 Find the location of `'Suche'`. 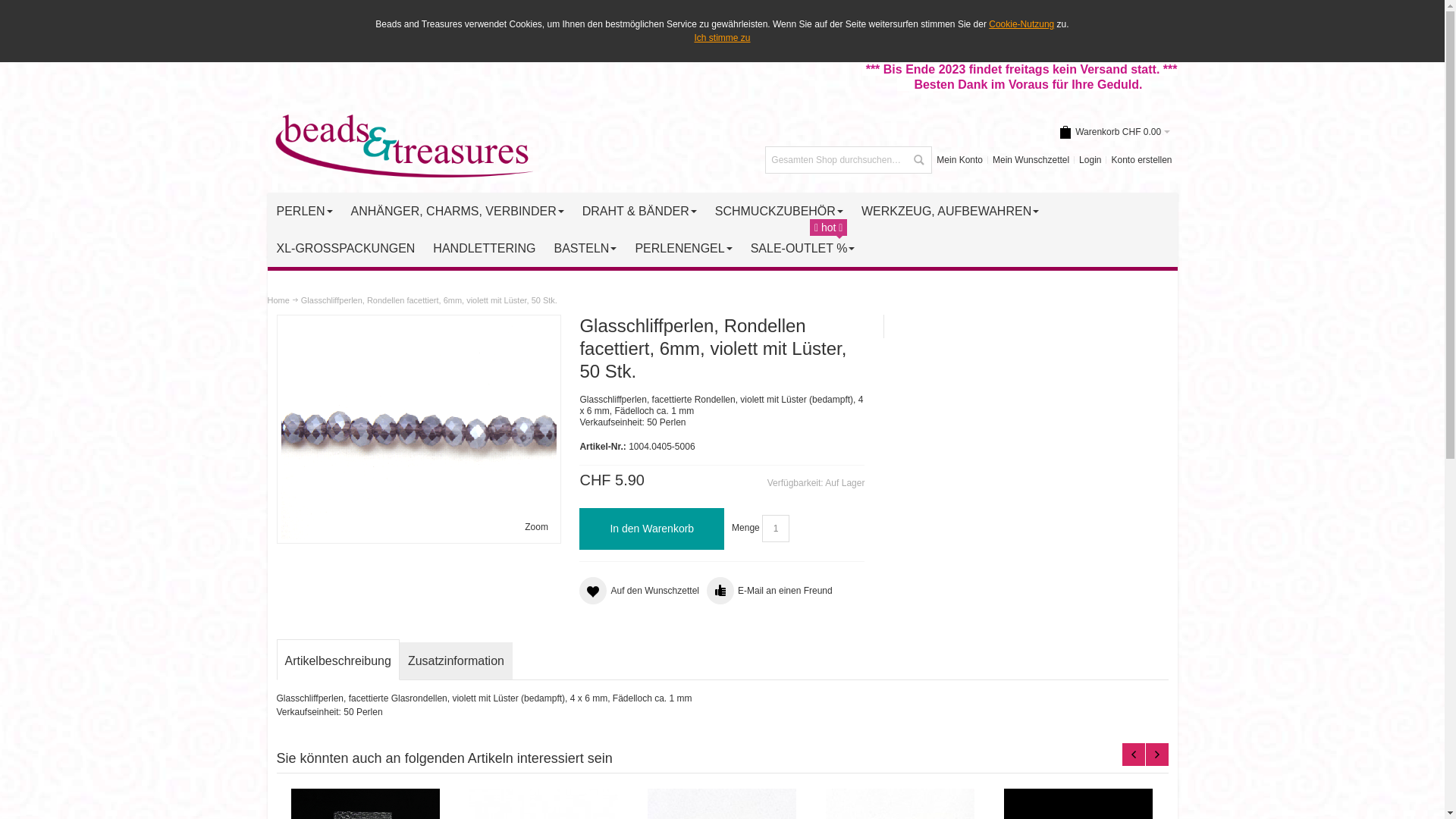

'Suche' is located at coordinates (917, 160).